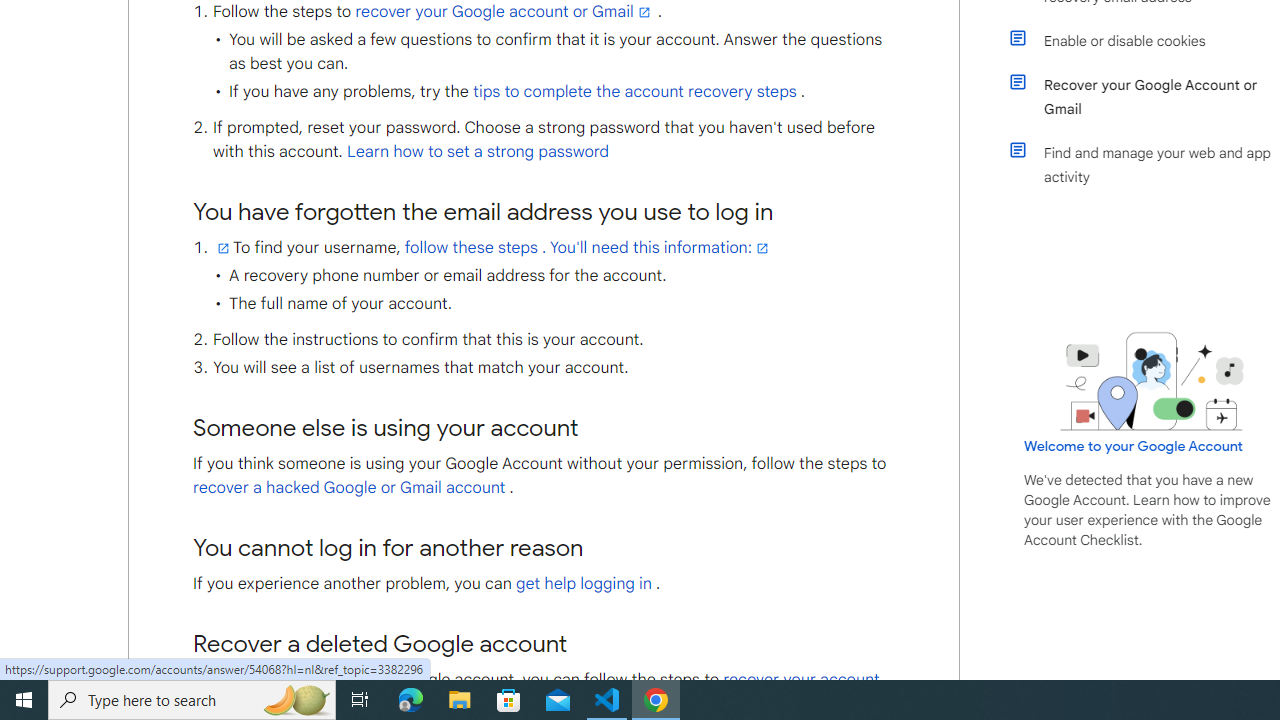 The height and width of the screenshot is (720, 1280). I want to click on 'tips to complete the account recovery steps', so click(634, 92).